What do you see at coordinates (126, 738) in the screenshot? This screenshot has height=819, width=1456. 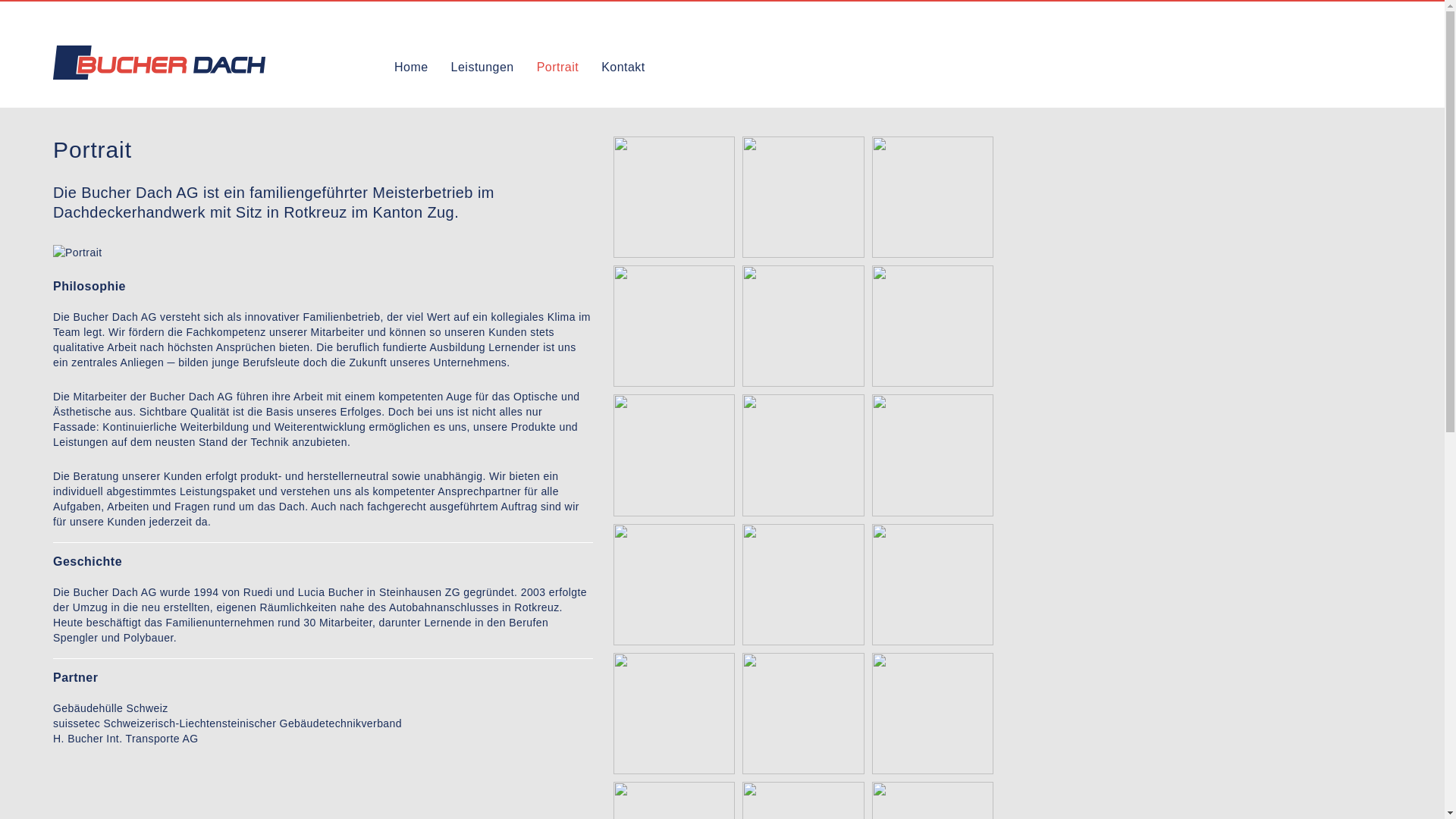 I see `'H. Bucher Int. Transporte AG'` at bounding box center [126, 738].